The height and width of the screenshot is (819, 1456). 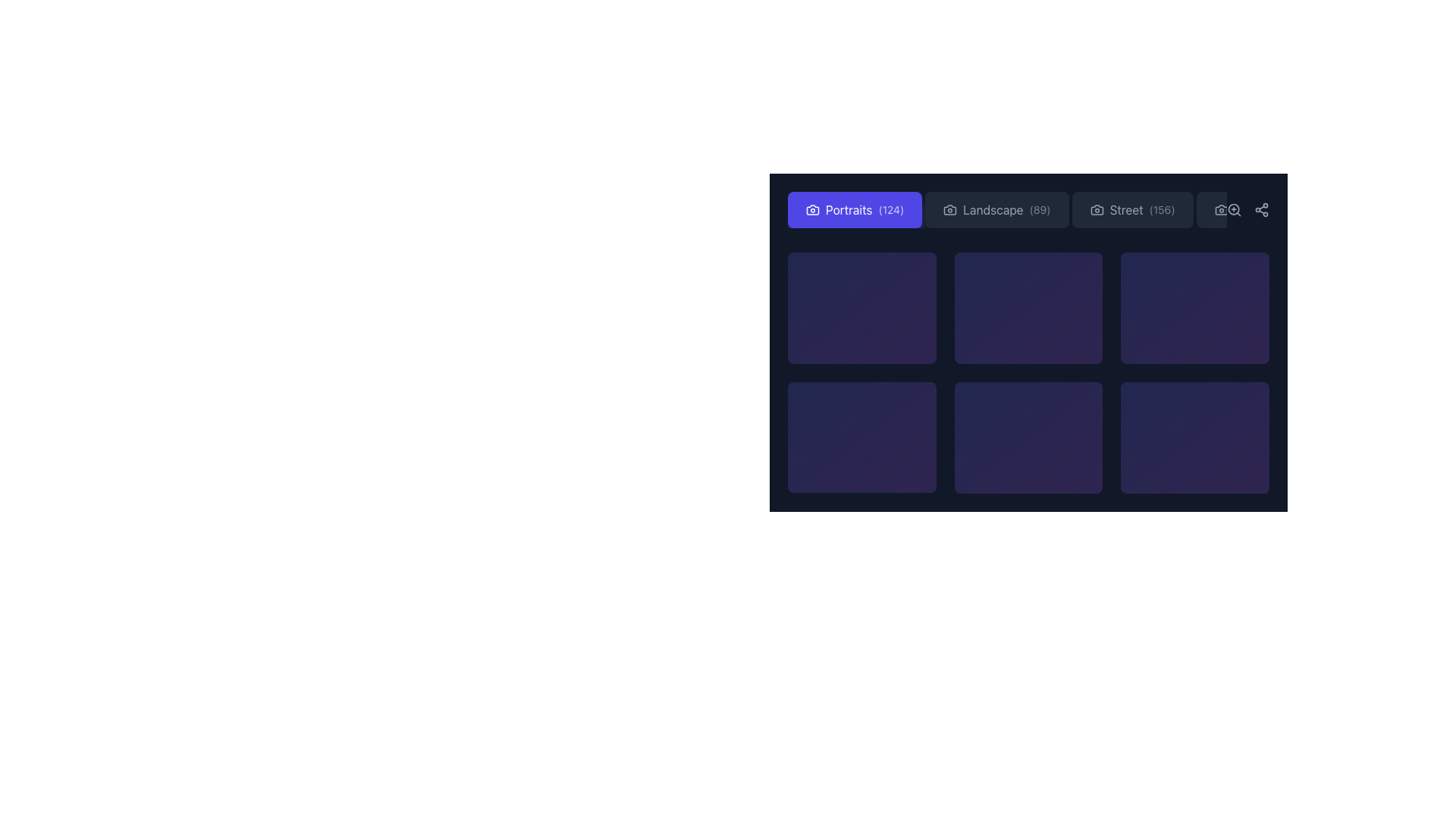 I want to click on the 'Landscape' category tab, so click(x=1007, y=210).